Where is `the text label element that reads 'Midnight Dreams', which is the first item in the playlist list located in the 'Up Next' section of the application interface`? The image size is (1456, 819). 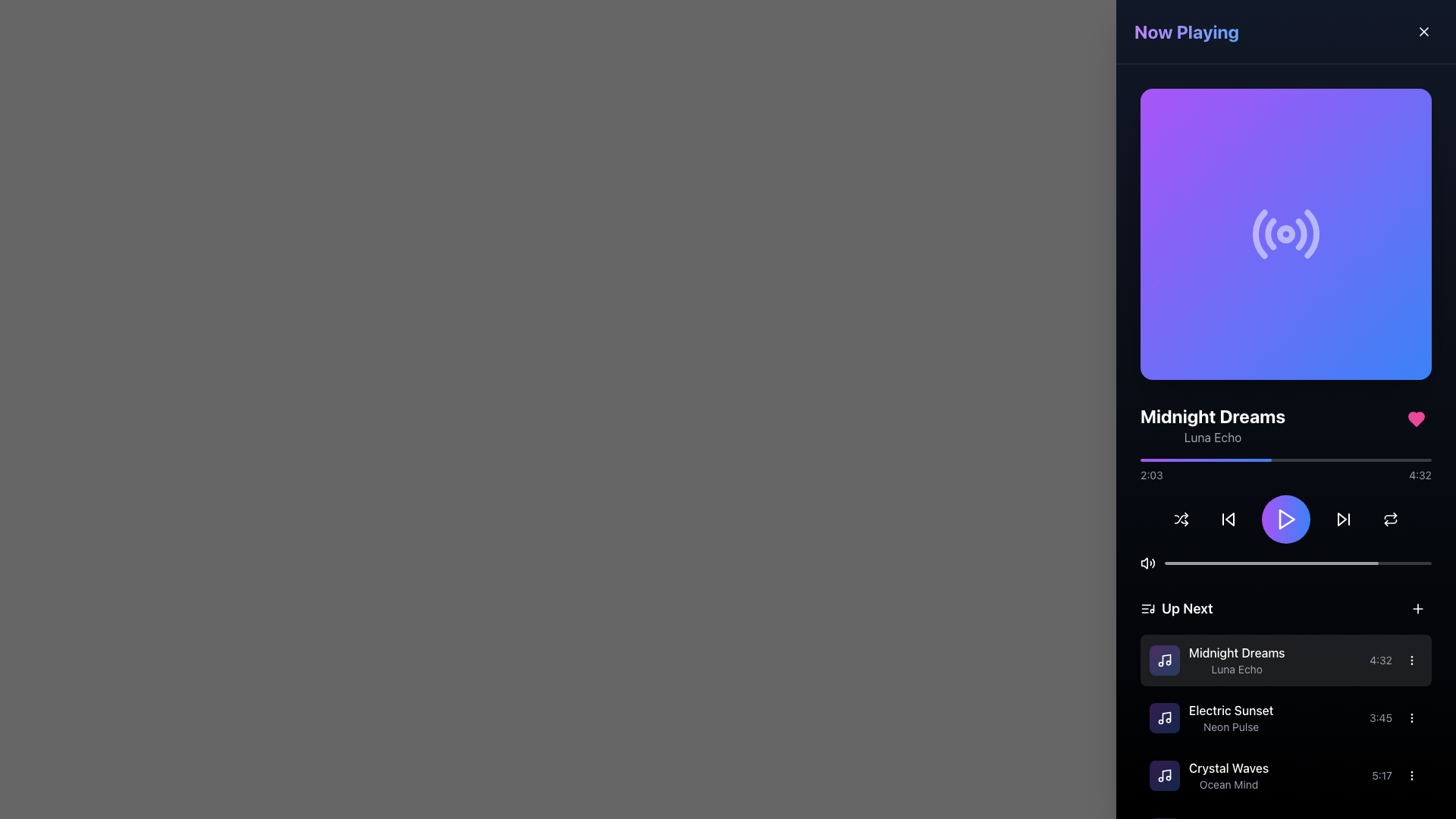
the text label element that reads 'Midnight Dreams', which is the first item in the playlist list located in the 'Up Next' section of the application interface is located at coordinates (1237, 651).